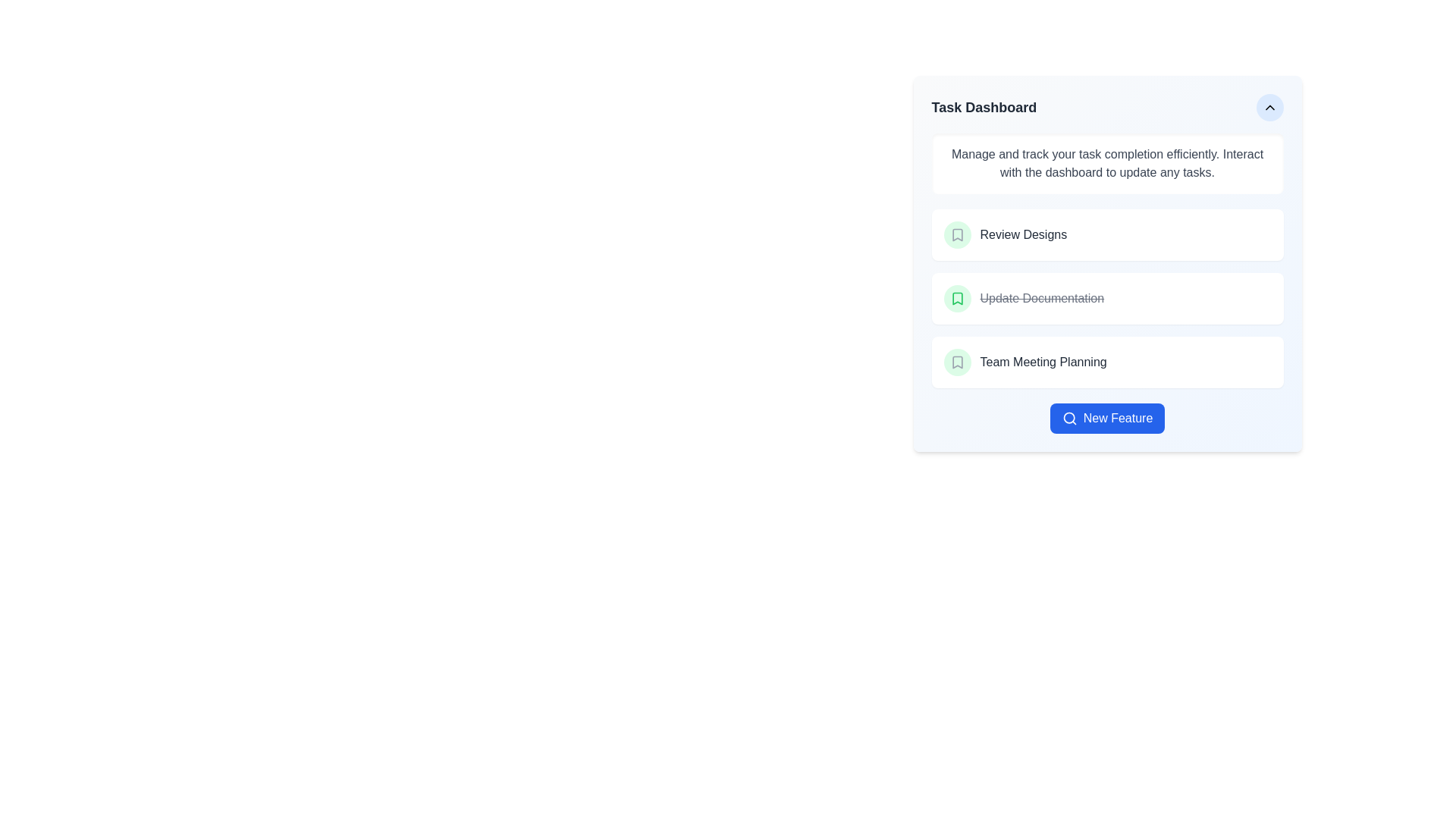 Image resolution: width=1456 pixels, height=819 pixels. What do you see at coordinates (956, 362) in the screenshot?
I see `the gray bookmark icon with a circular light green background located at the end of the 'Team Meeting Planning' task row to bookmark the associated task` at bounding box center [956, 362].